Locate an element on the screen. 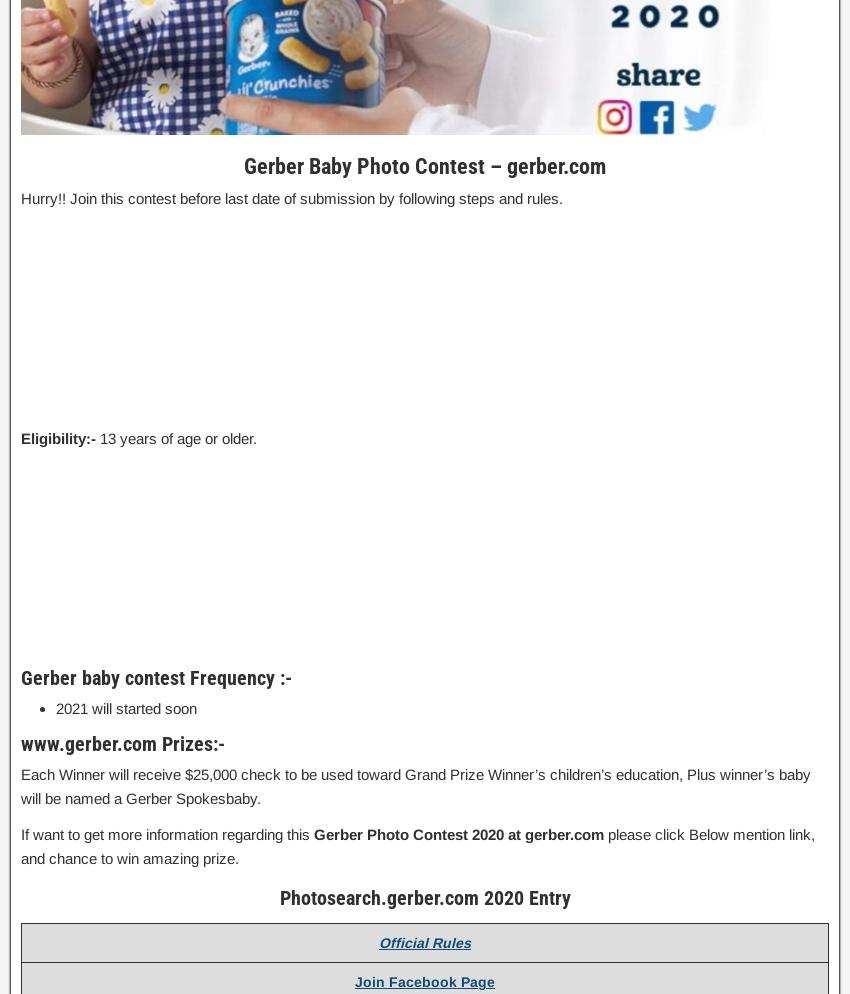 The width and height of the screenshot is (850, 994). 'Photosearch.gerber.com' is located at coordinates (377, 895).